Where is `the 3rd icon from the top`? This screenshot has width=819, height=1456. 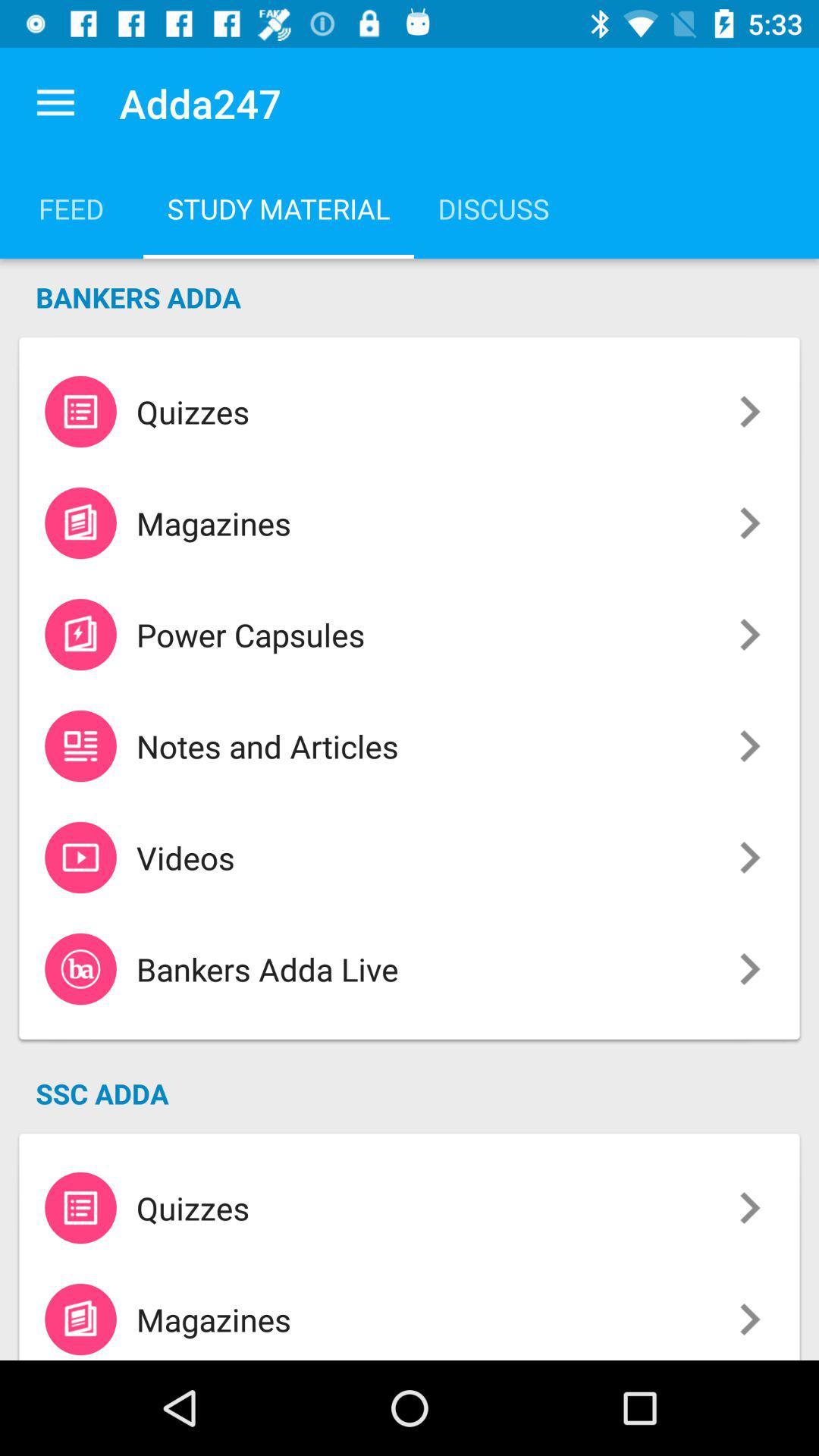 the 3rd icon from the top is located at coordinates (80, 634).